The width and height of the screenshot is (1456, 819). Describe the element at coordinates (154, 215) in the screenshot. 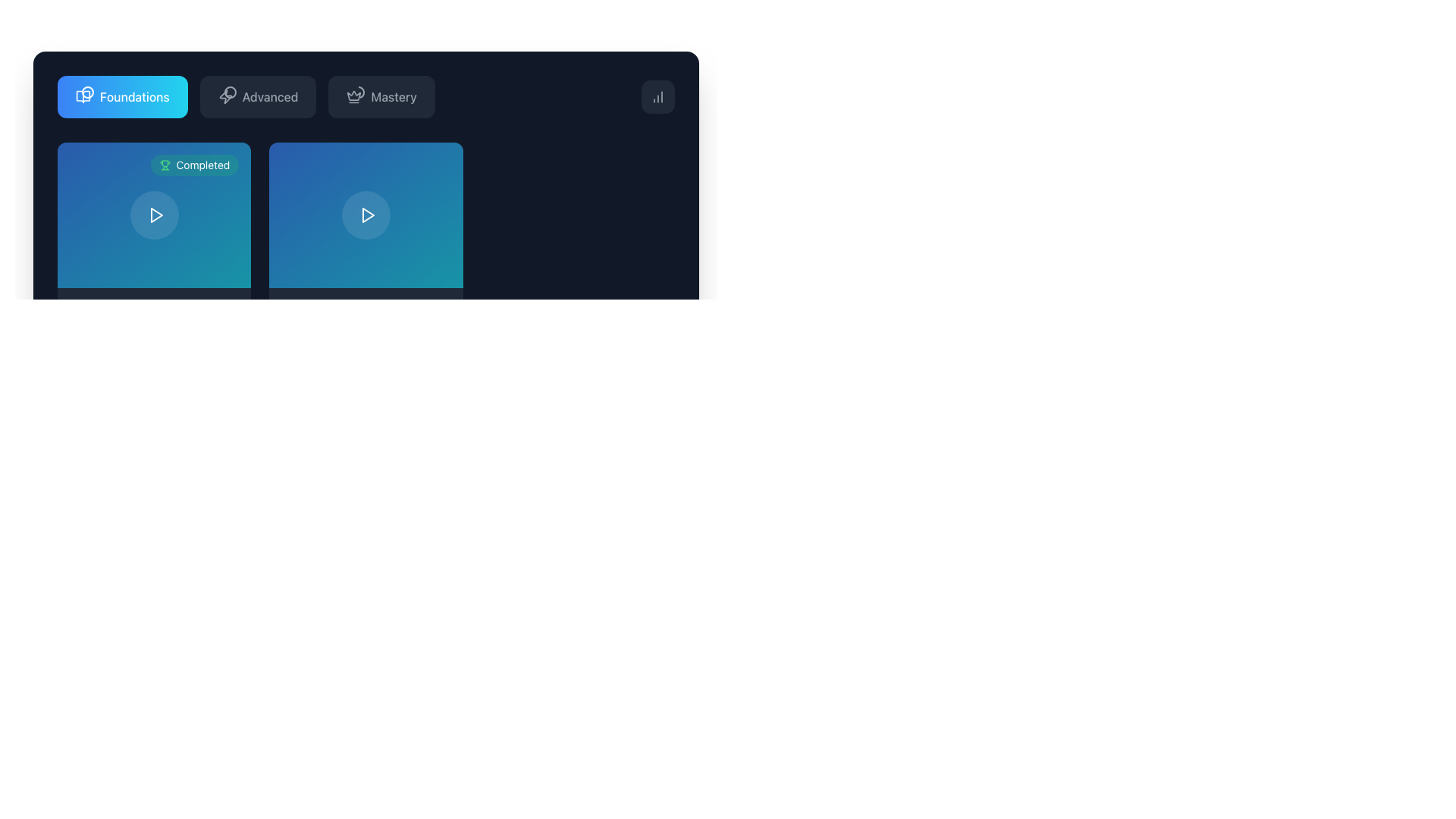

I see `the round interactive play button located below the center of the blue-to-cyan gradient background to initiate the play function` at that location.